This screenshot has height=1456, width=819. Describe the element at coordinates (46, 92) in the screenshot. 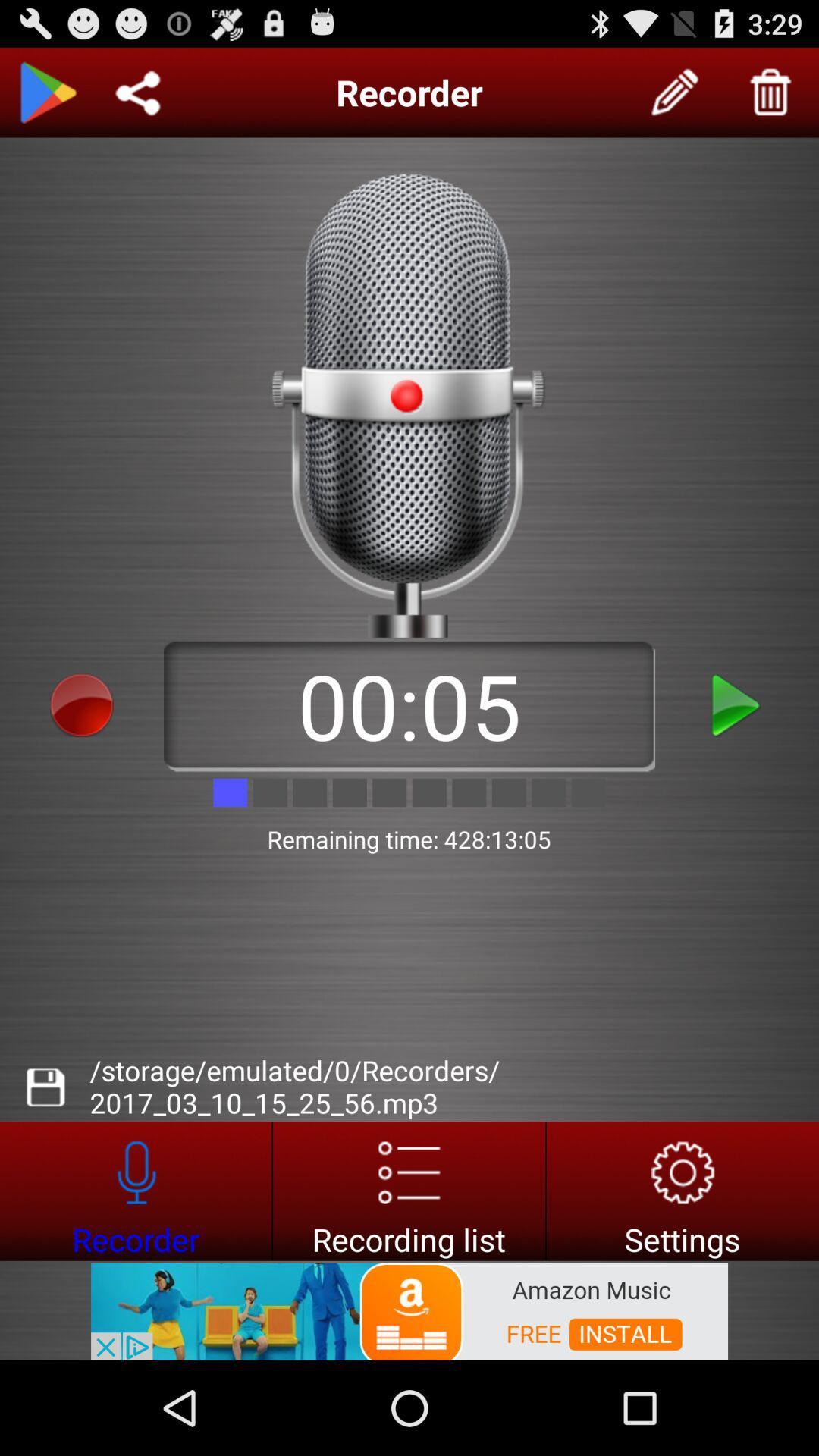

I see `google play store` at that location.